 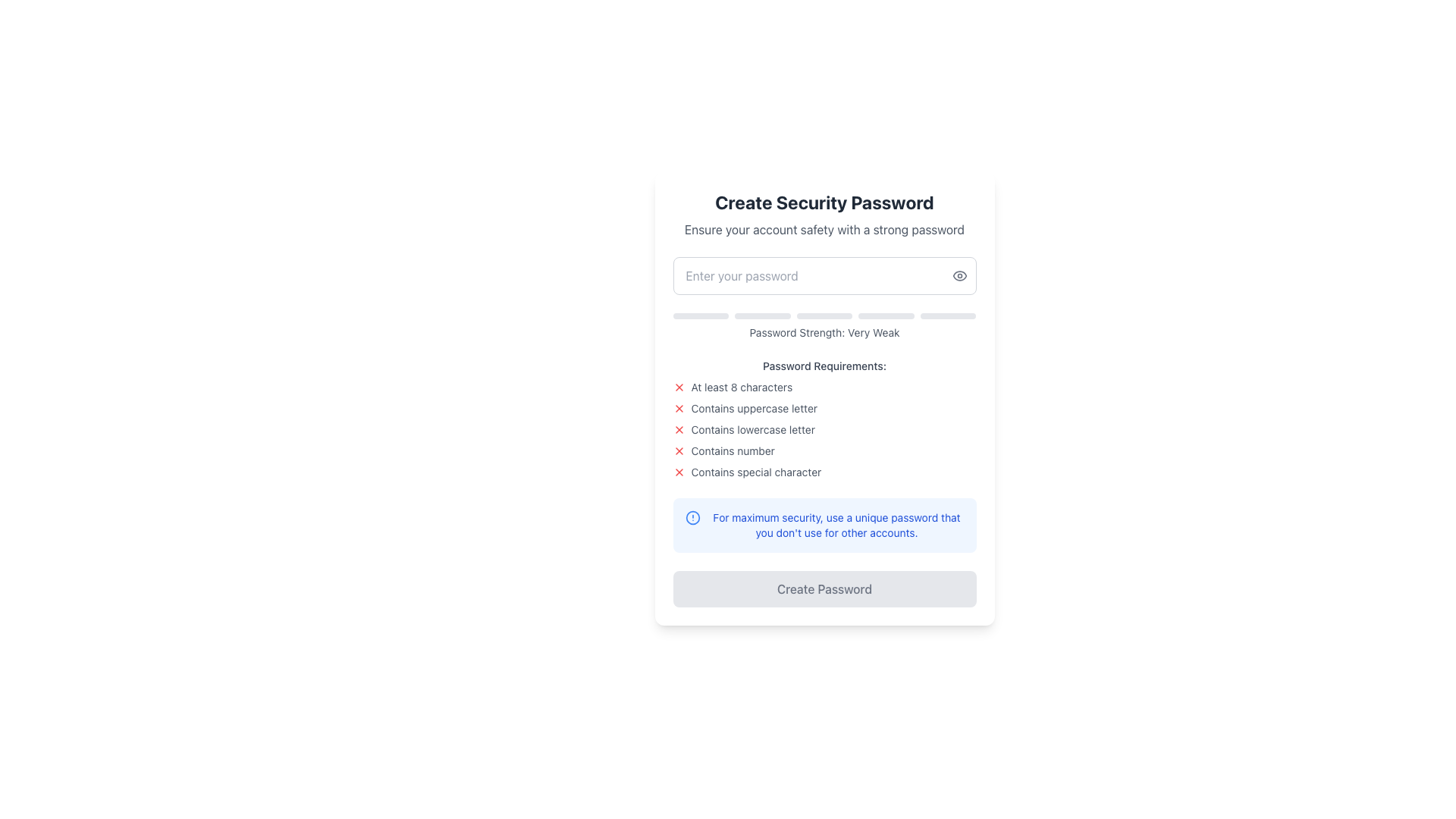 I want to click on label of the button with the text 'Create Password', which is located at the bottom of the 'Create Security Password' layout, so click(x=824, y=588).